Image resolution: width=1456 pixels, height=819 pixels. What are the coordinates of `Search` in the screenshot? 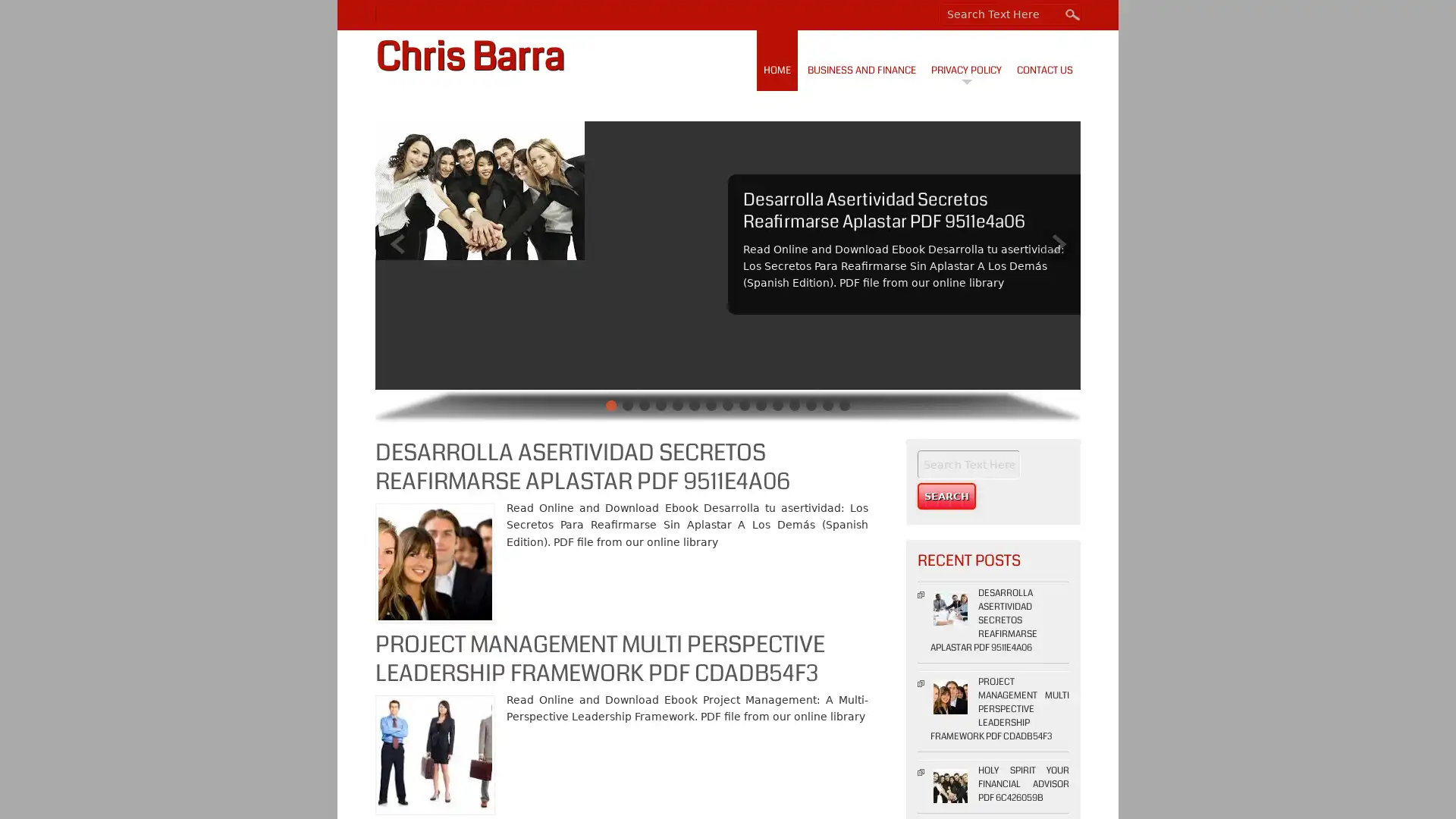 It's located at (946, 496).